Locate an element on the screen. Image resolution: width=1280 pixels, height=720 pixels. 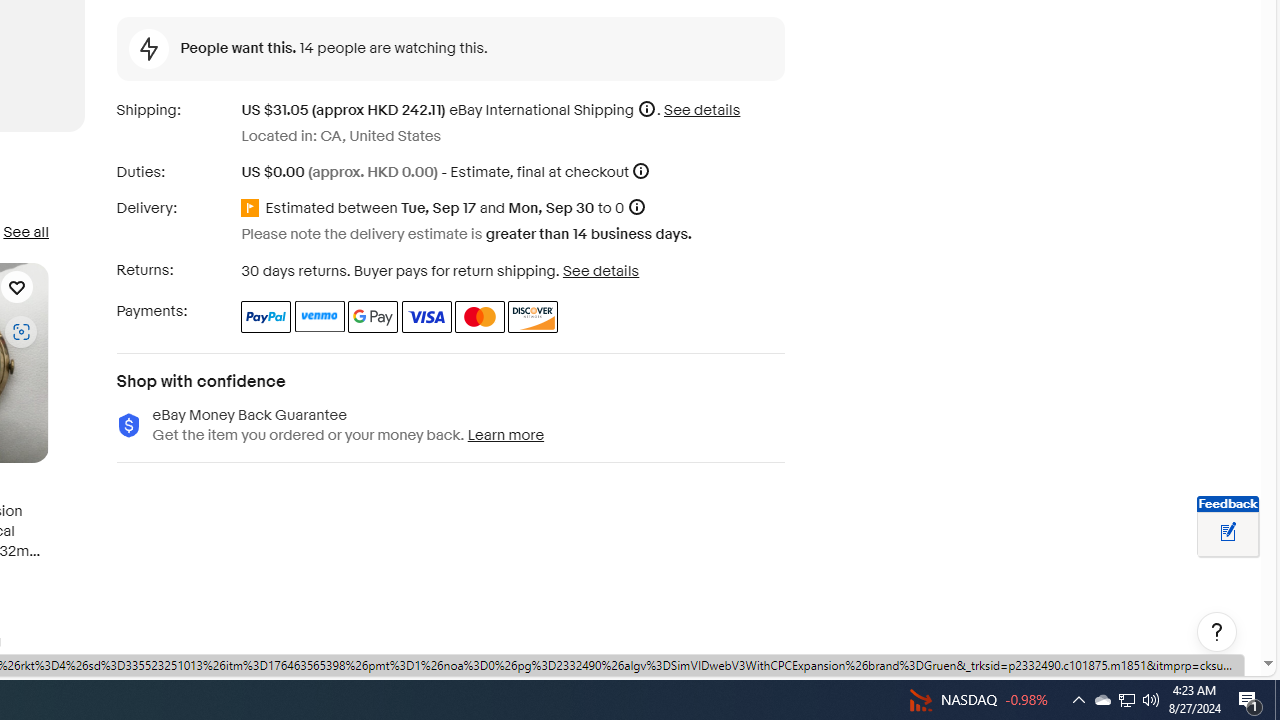
'Help, opens dialogs' is located at coordinates (1216, 632).